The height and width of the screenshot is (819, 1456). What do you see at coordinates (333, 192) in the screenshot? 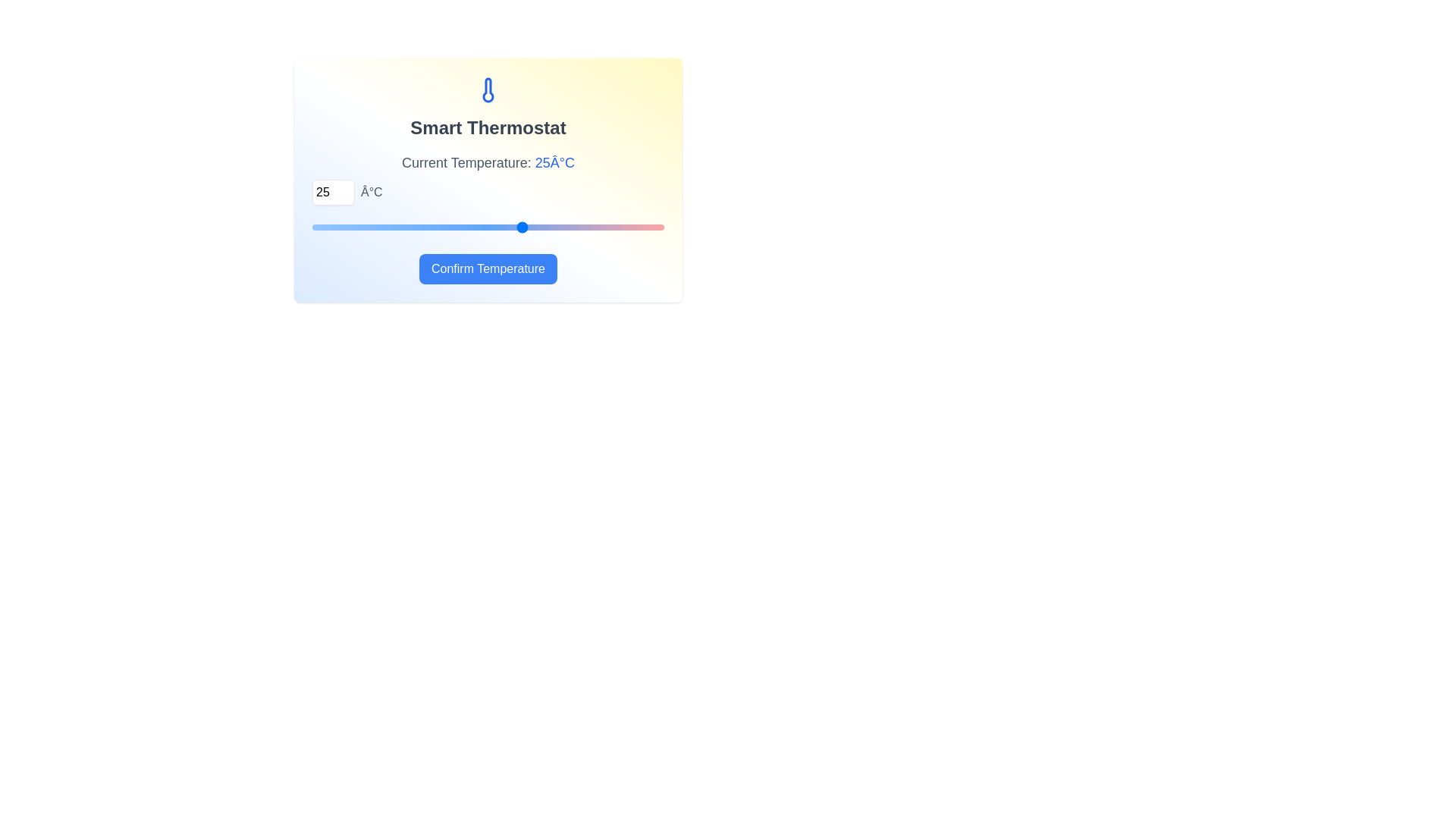
I see `the temperature to 25°C using the input field` at bounding box center [333, 192].